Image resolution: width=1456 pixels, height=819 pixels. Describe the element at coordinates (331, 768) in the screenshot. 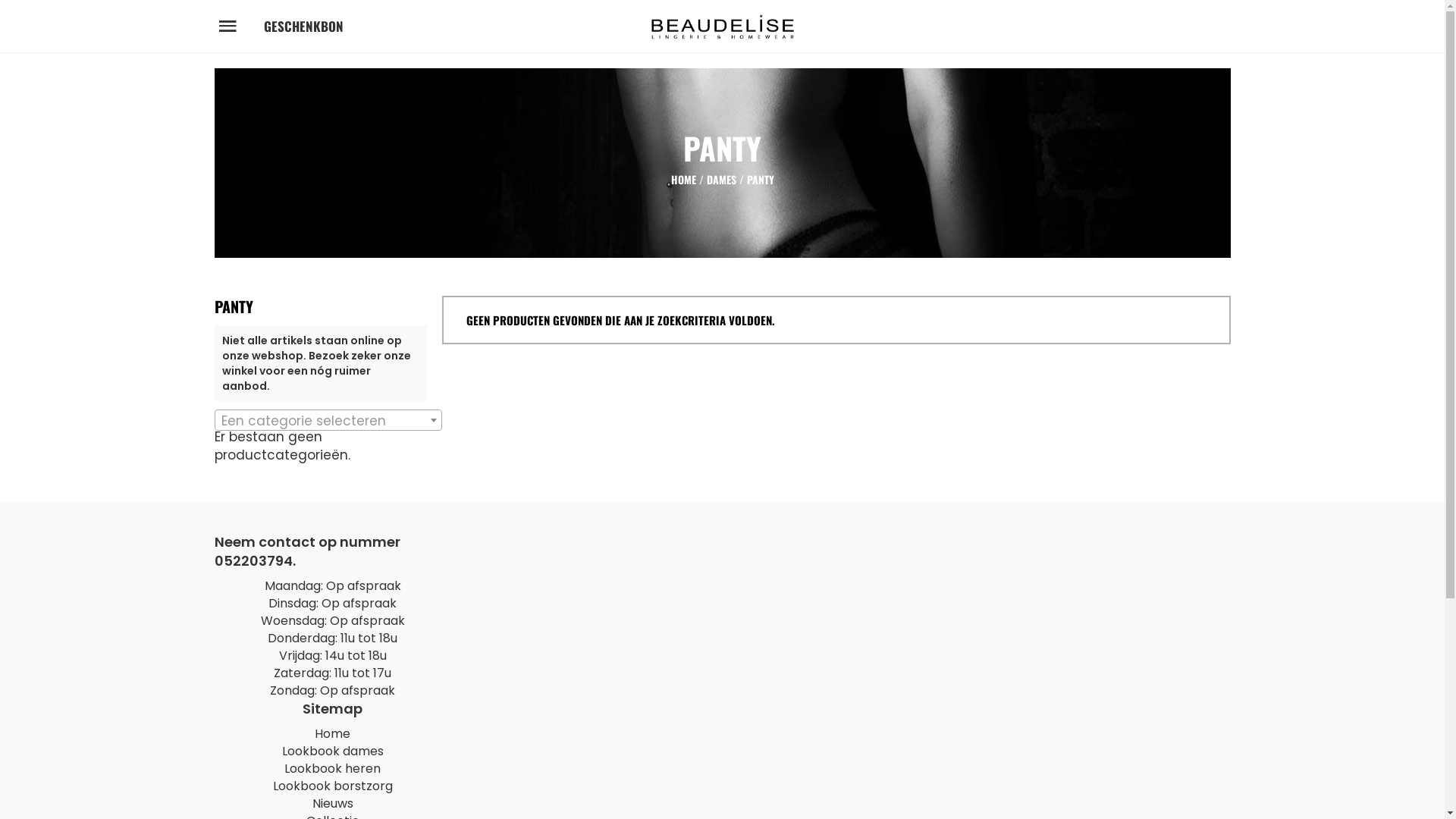

I see `'Lookbook heren'` at that location.